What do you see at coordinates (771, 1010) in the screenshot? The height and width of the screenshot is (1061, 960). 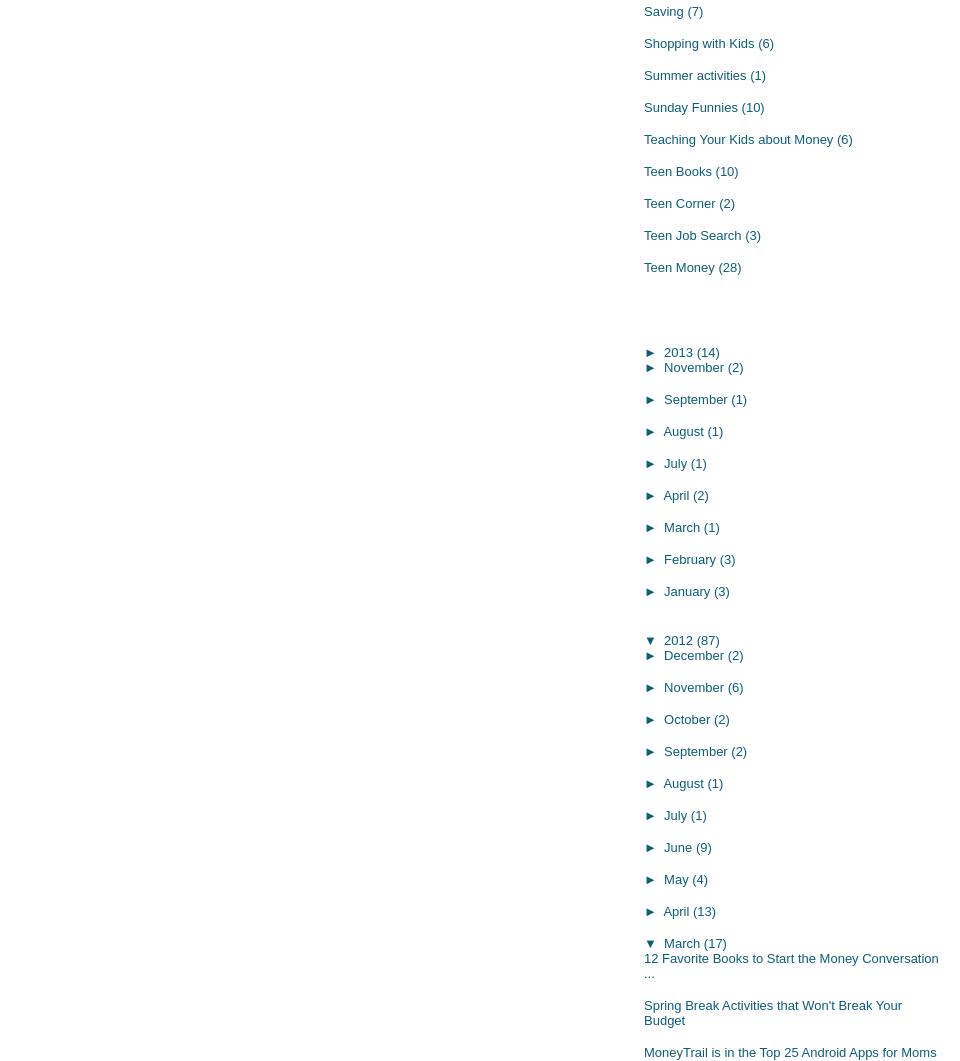 I see `'Spring Break Activities that Won't Break Your Budget'` at bounding box center [771, 1010].